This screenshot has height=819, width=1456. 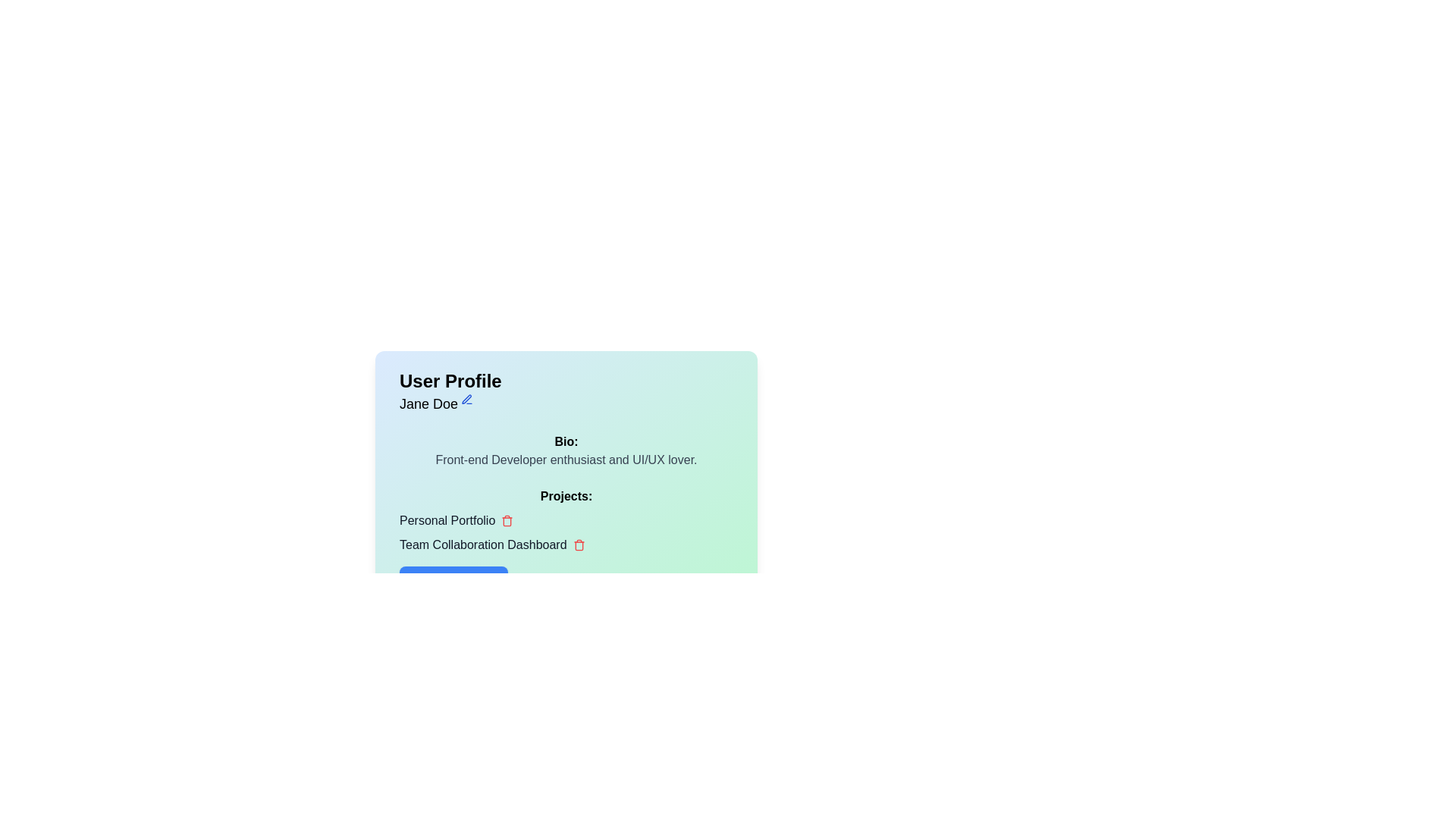 What do you see at coordinates (466, 398) in the screenshot?
I see `the pen-shaped icon indicating an edit or modification action, which is located to the right of the user name 'Jane Doe'` at bounding box center [466, 398].